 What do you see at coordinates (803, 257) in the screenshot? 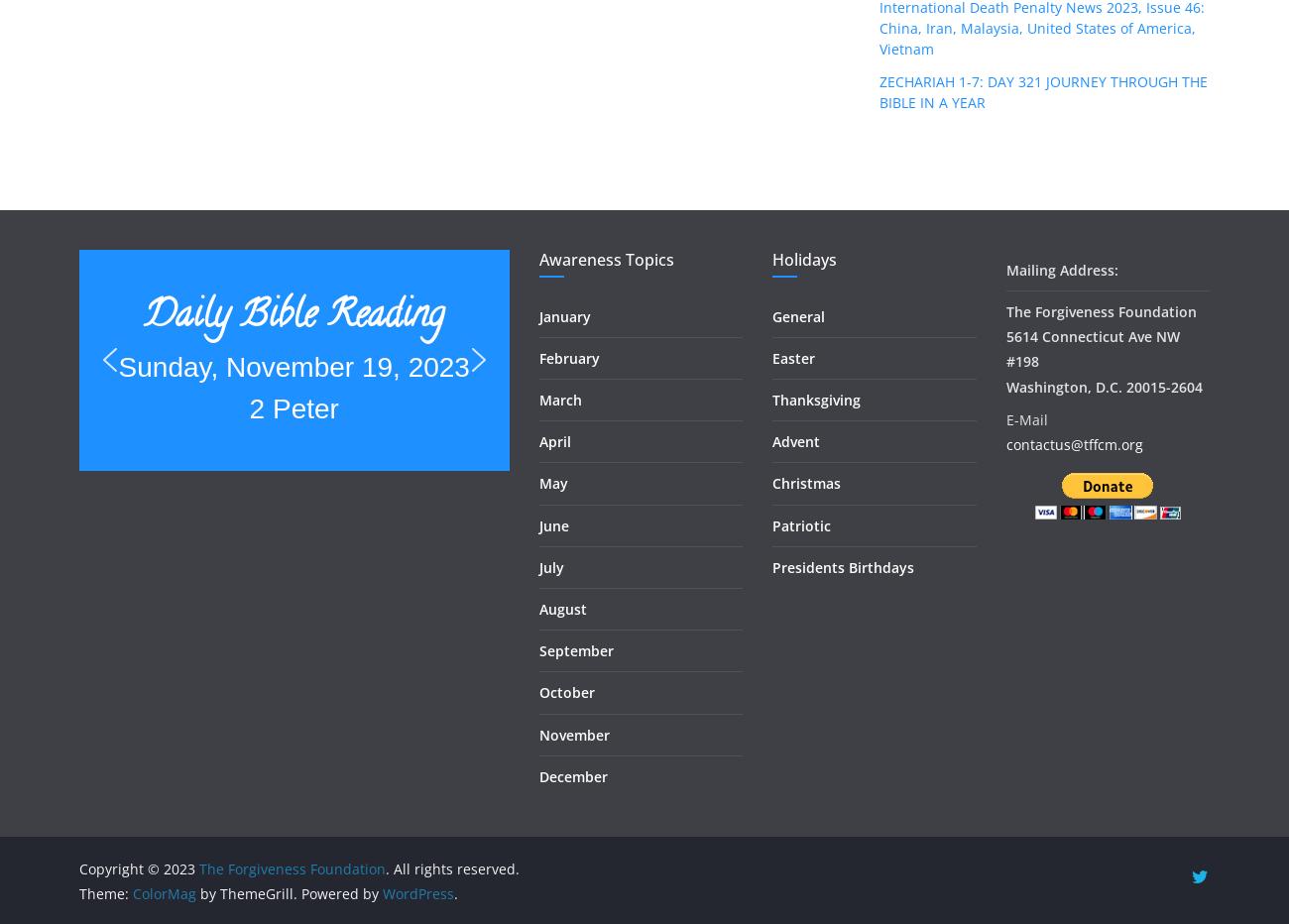
I see `'Holidays'` at bounding box center [803, 257].